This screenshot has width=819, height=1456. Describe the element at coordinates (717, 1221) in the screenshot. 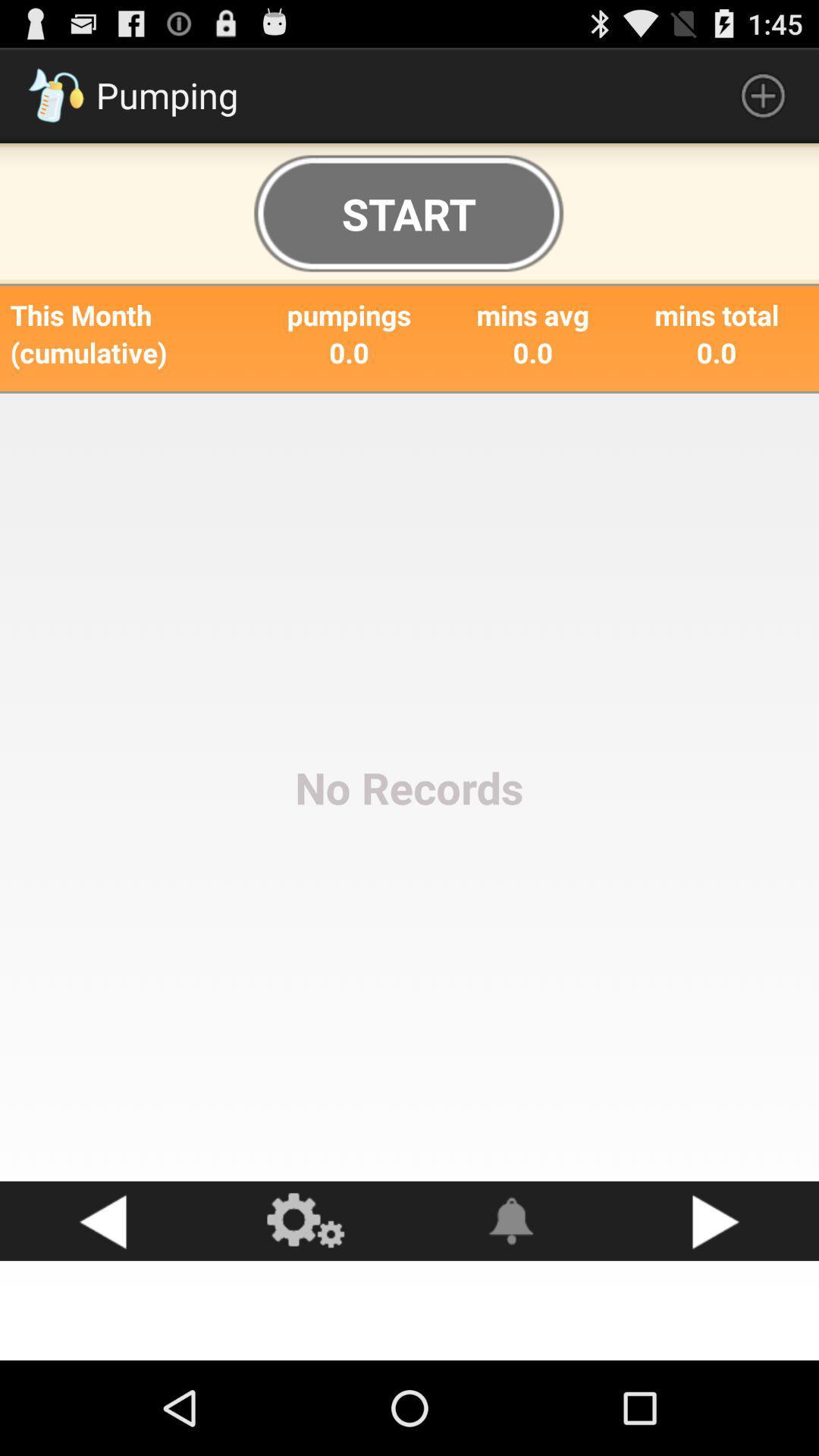

I see `next page` at that location.